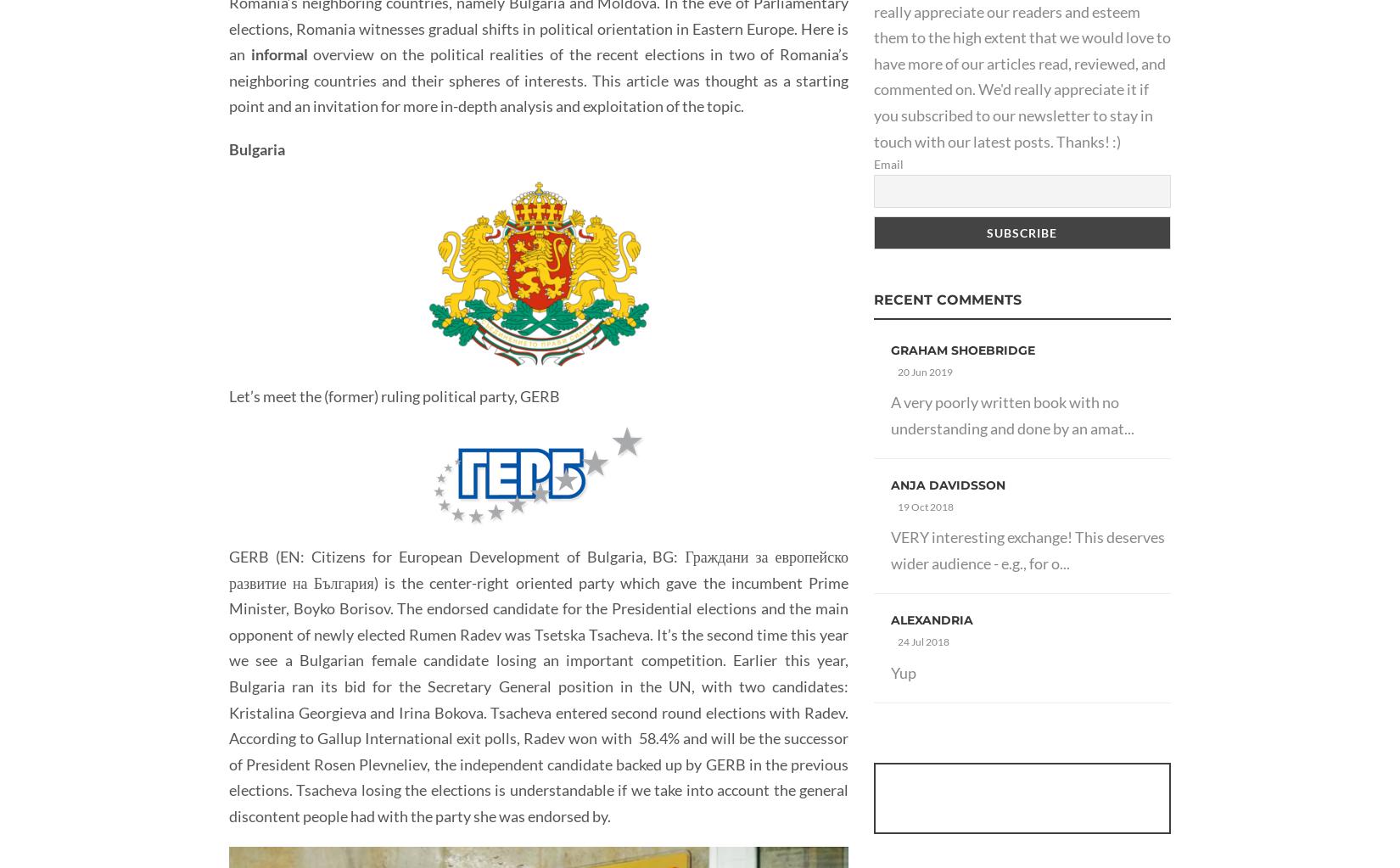  Describe the element at coordinates (1012, 414) in the screenshot. I see `'A very poorly written book with no  understanding  and done by an amat...'` at that location.